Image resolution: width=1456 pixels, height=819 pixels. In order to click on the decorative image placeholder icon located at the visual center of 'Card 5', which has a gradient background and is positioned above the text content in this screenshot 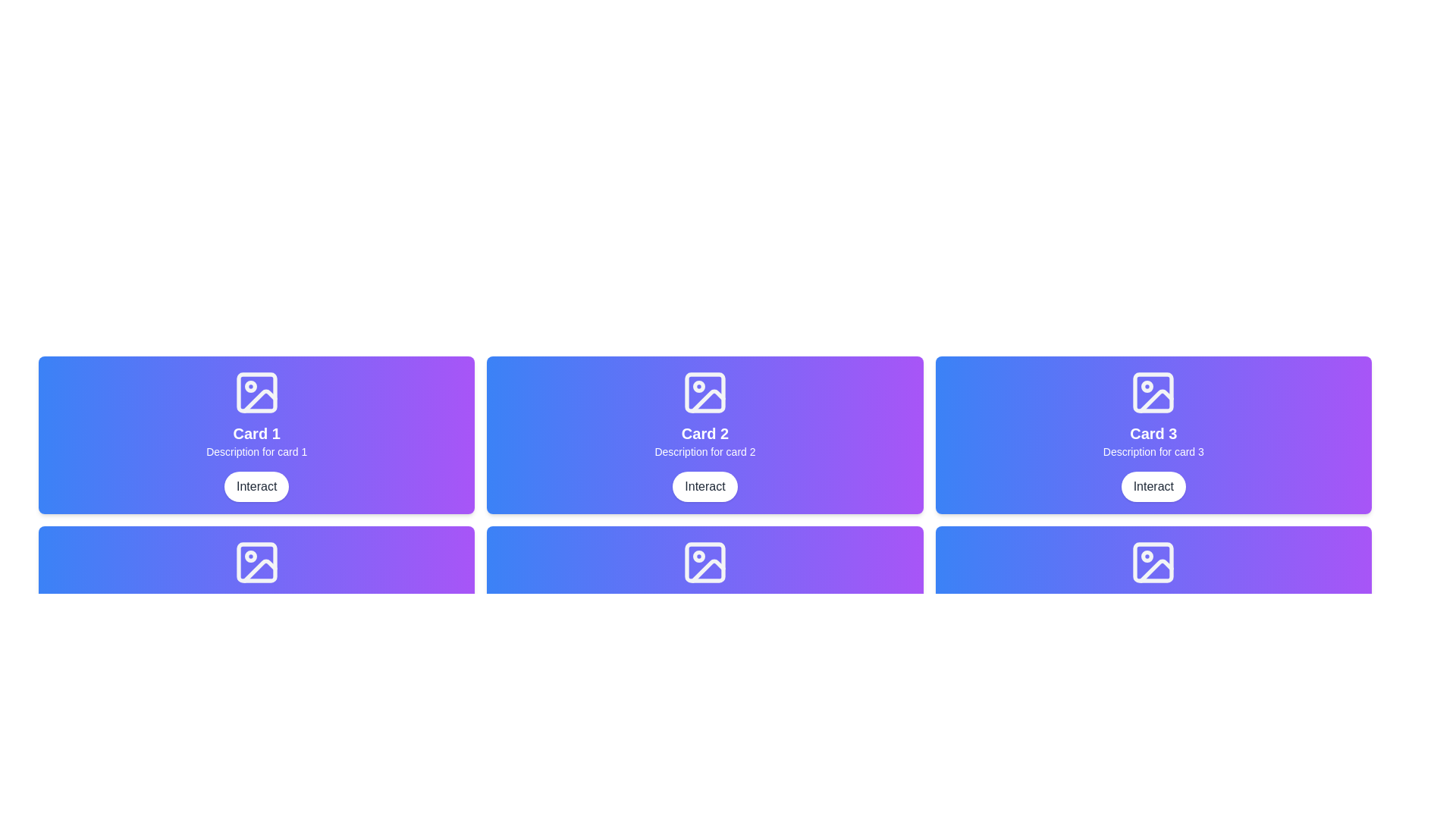, I will do `click(704, 562)`.